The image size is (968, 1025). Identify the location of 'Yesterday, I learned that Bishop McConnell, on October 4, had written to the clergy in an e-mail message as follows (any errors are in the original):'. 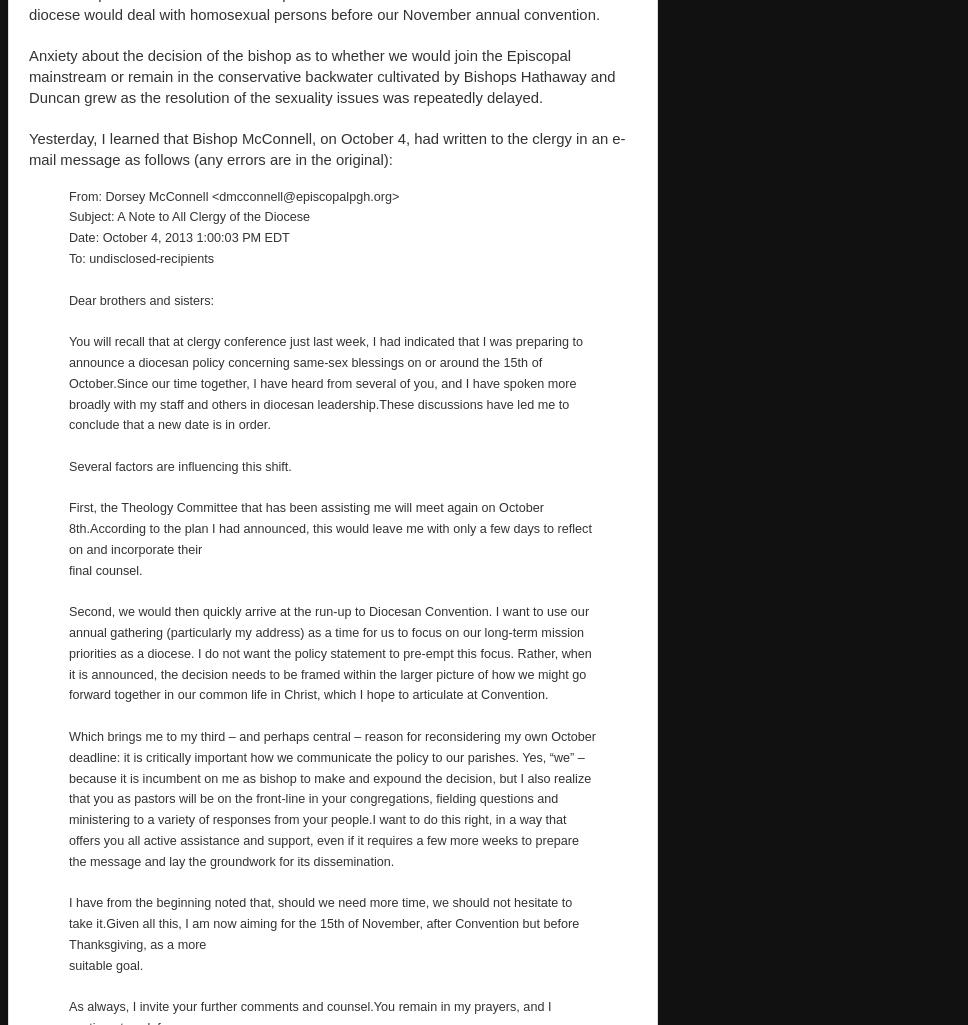
(326, 148).